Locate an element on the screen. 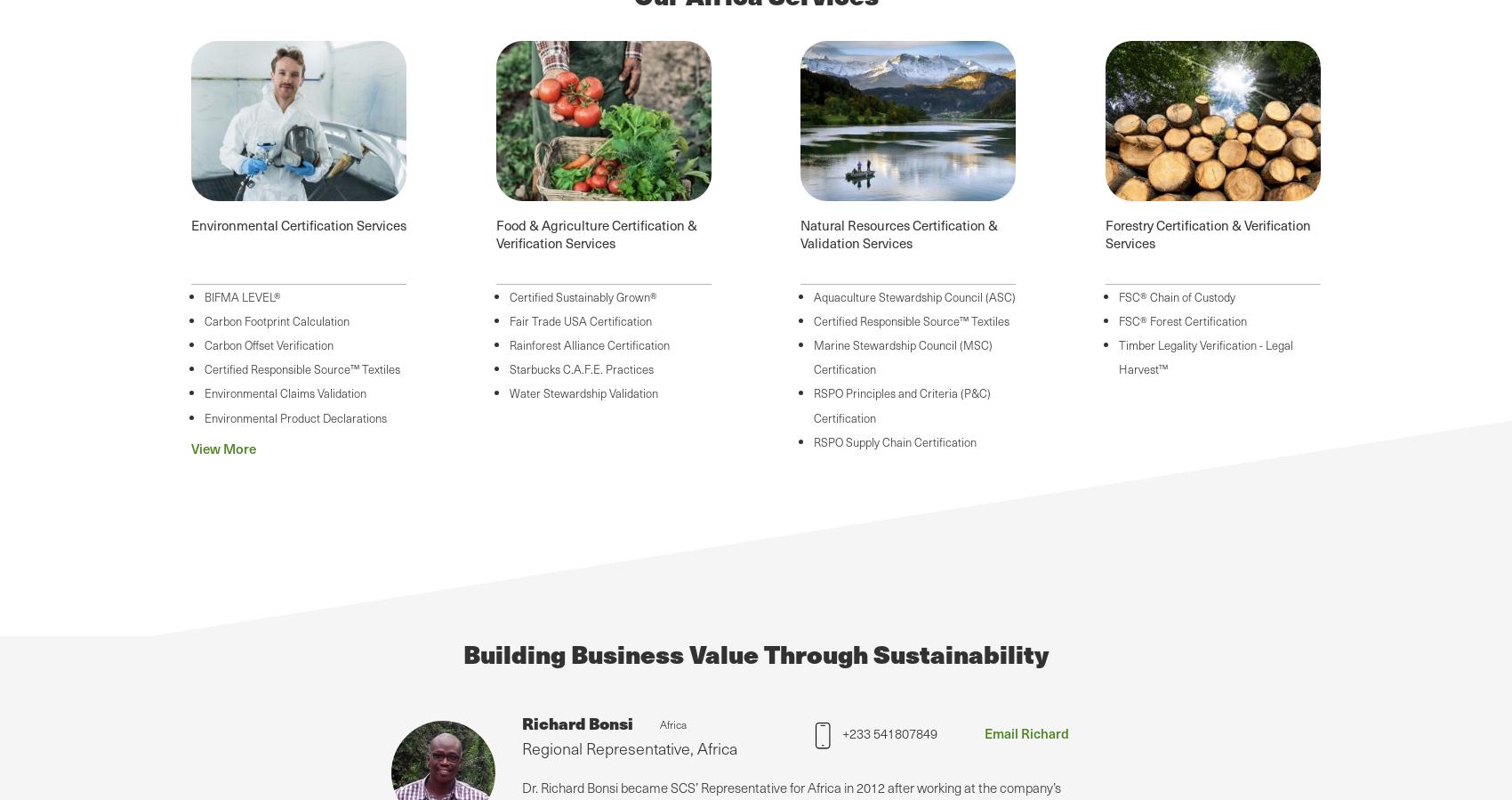 Image resolution: width=1512 pixels, height=800 pixels. 'Water Stewardship Validation' is located at coordinates (583, 392).